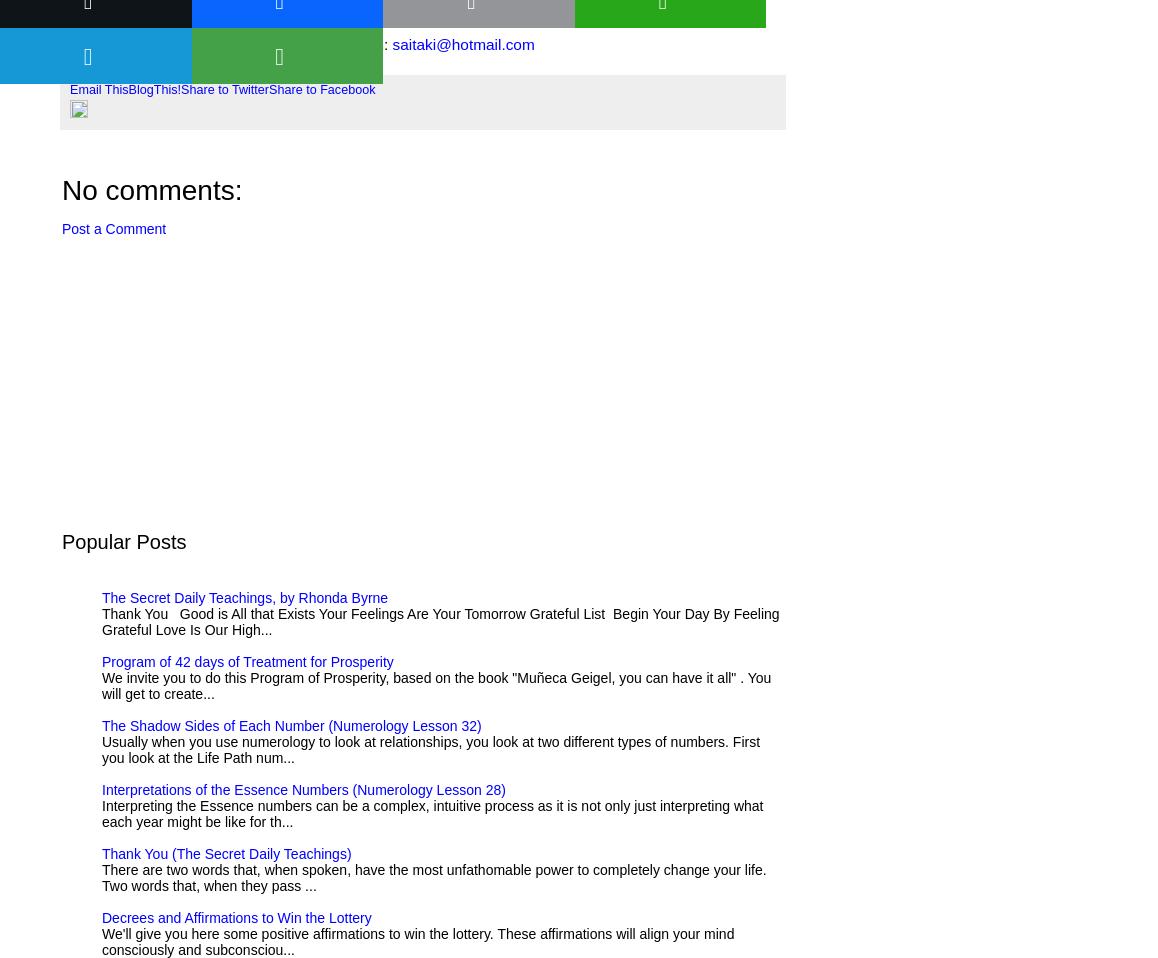 The image size is (1158, 958). What do you see at coordinates (434, 877) in the screenshot?
I see `'There are two words that, when spoken, have the most unfathomable power to completely change your life.   Two words that, when they pass ...'` at bounding box center [434, 877].